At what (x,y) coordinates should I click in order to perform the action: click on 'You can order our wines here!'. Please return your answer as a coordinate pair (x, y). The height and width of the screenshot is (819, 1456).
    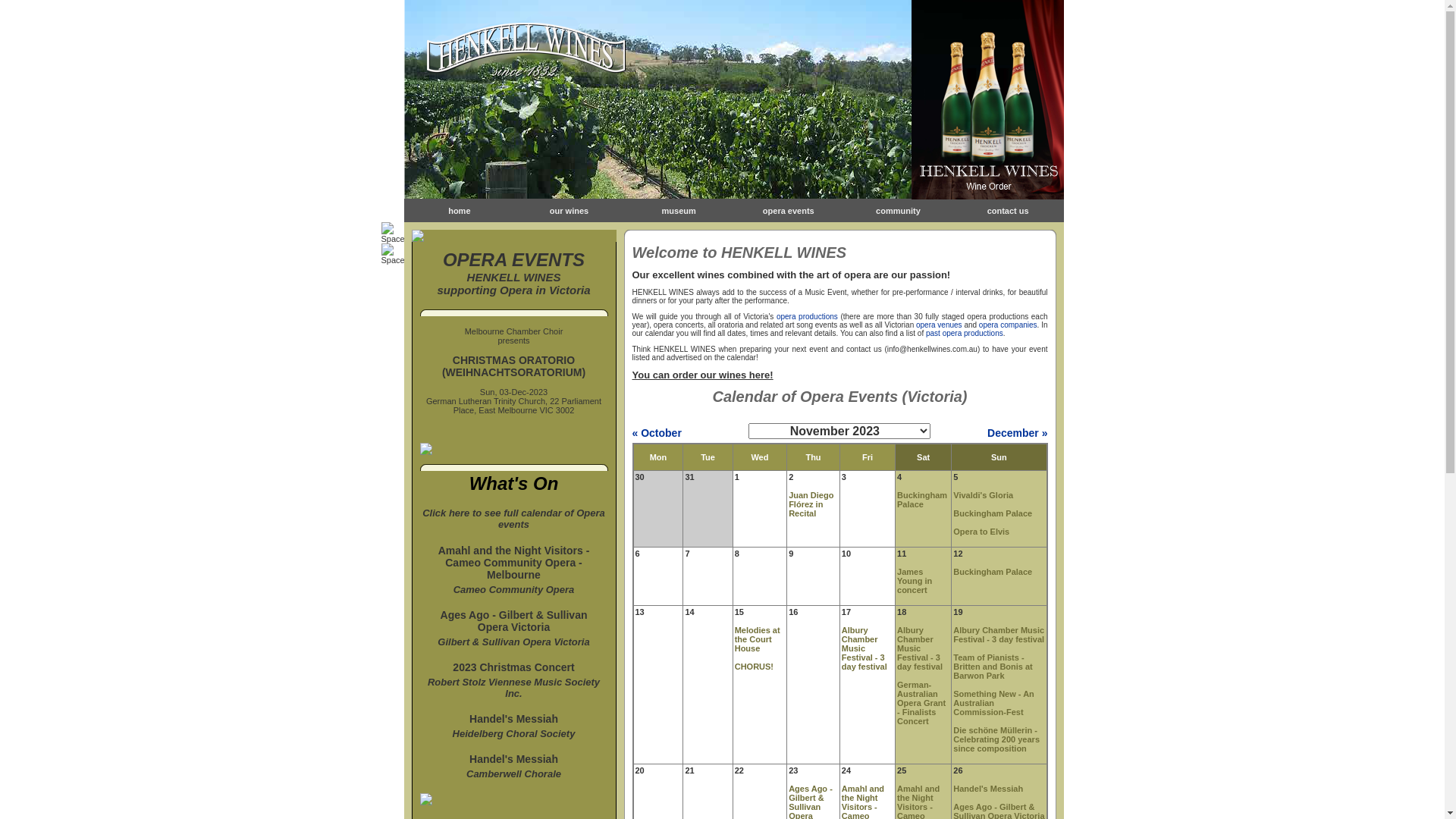
    Looking at the image, I should click on (632, 375).